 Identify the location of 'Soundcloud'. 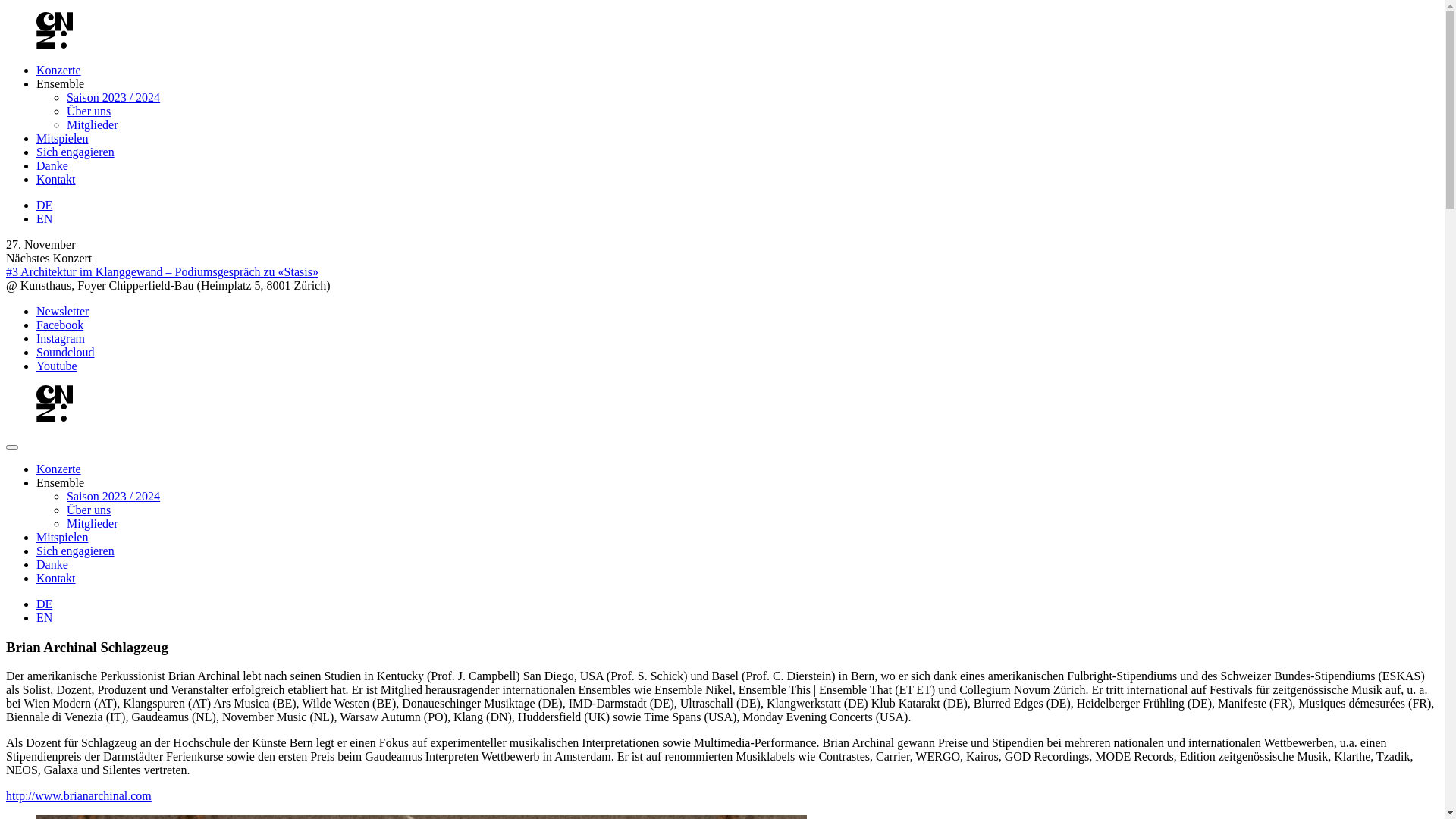
(64, 352).